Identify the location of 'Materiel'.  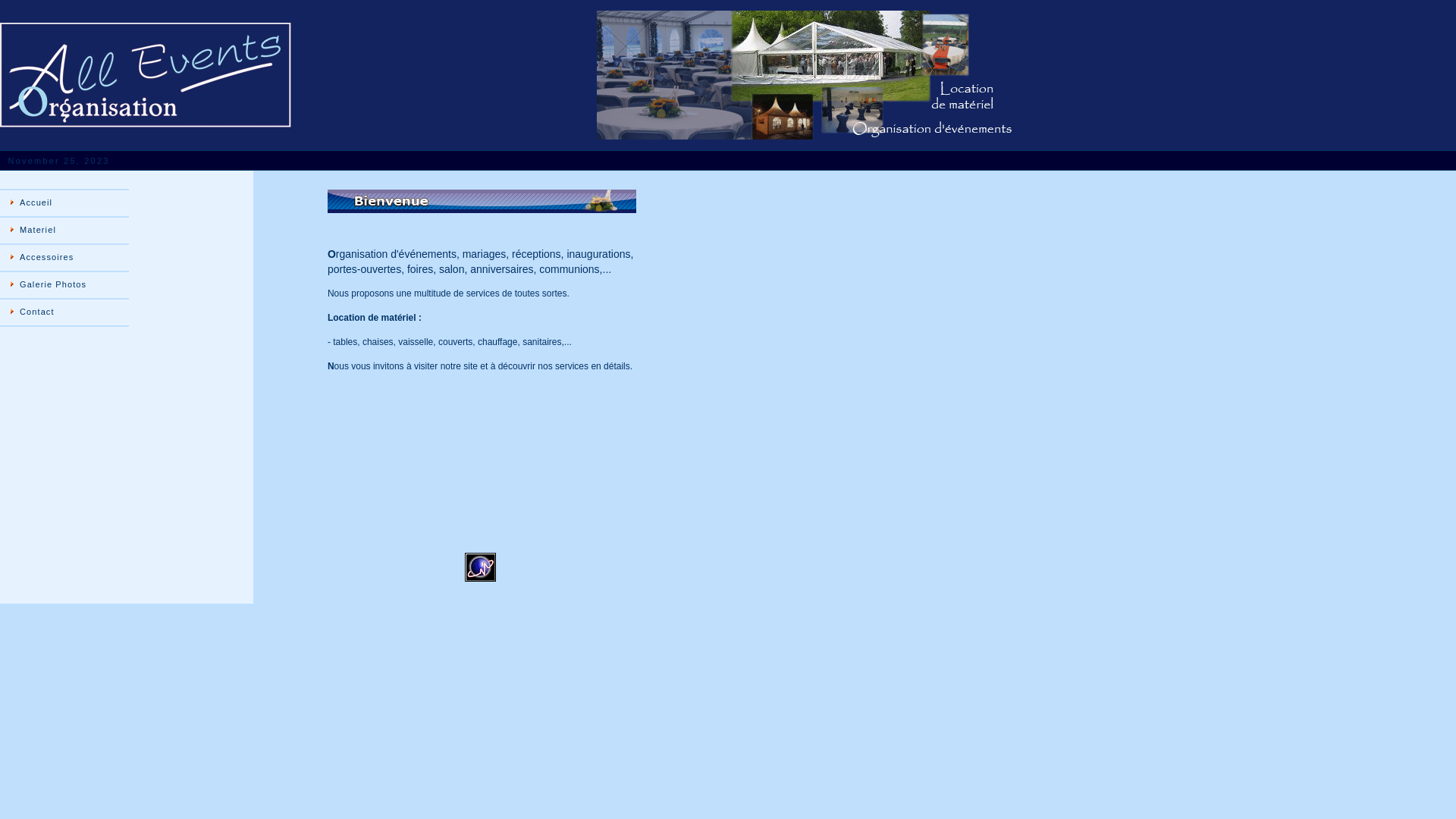
(64, 231).